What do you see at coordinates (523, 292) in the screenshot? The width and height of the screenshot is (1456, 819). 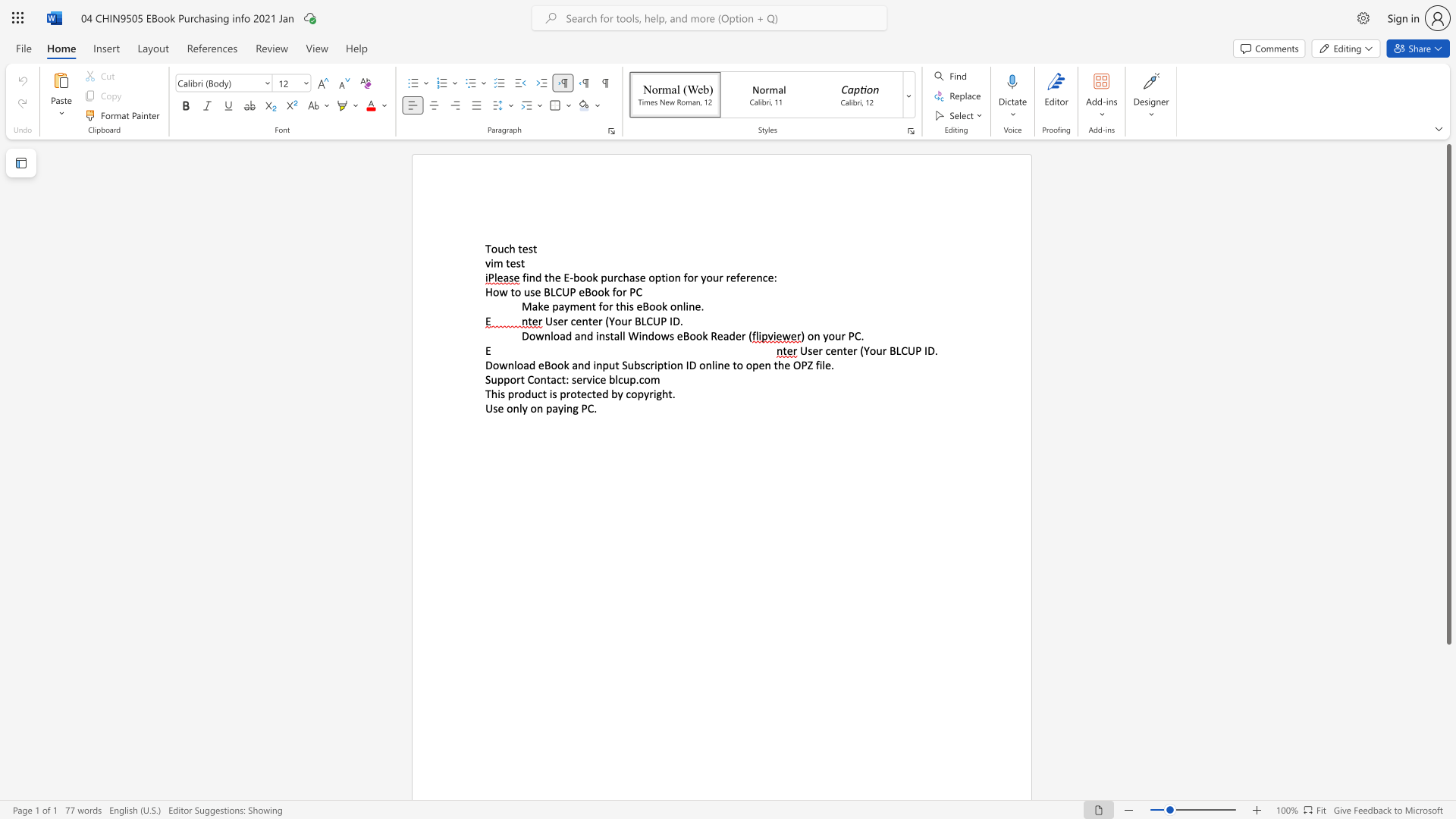 I see `the subset text "use BLCUP eBook for" within the text "How to use BLCUP eBook for PC"` at bounding box center [523, 292].